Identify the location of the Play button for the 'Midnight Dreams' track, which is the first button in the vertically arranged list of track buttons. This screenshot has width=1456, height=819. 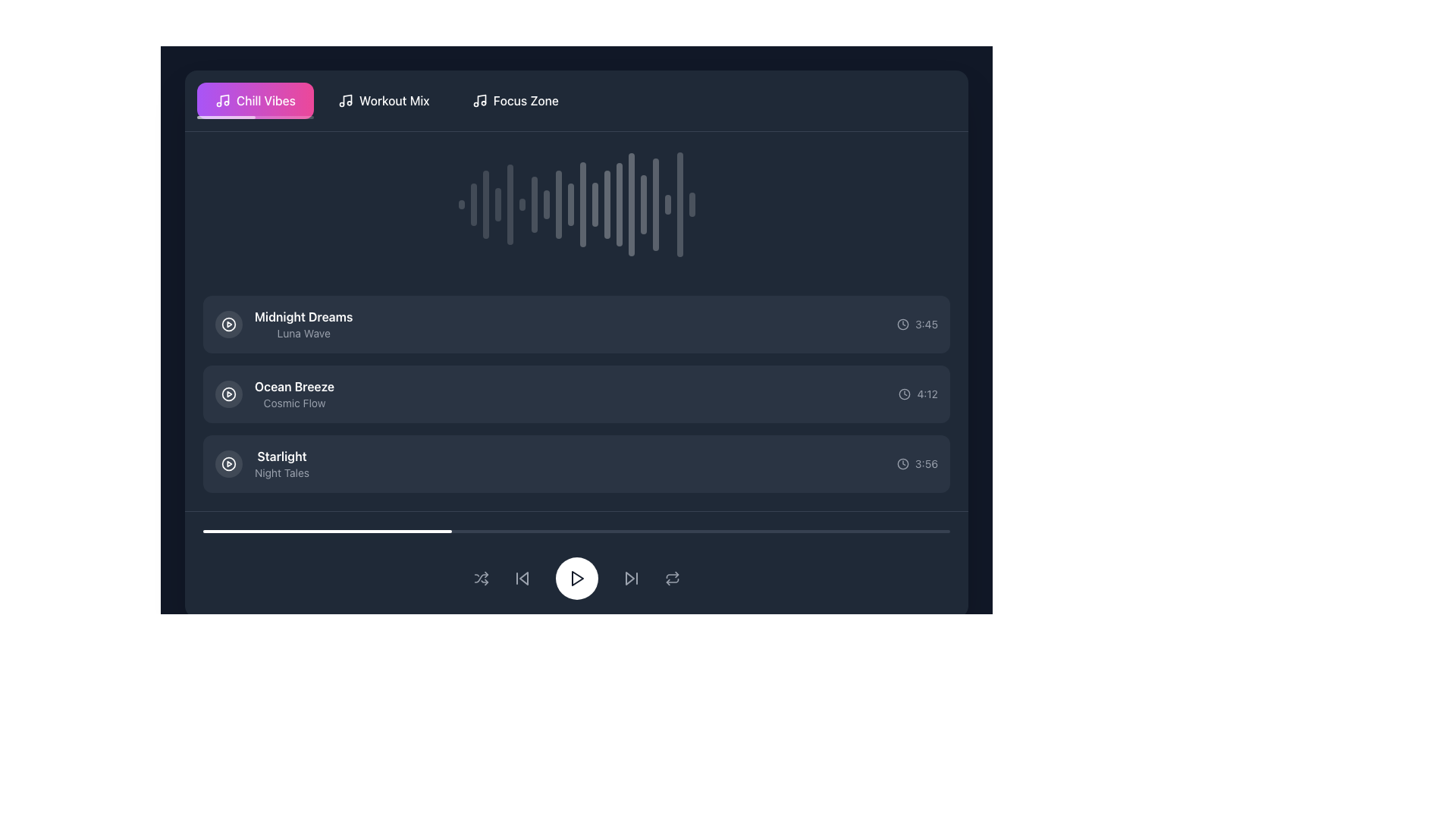
(228, 324).